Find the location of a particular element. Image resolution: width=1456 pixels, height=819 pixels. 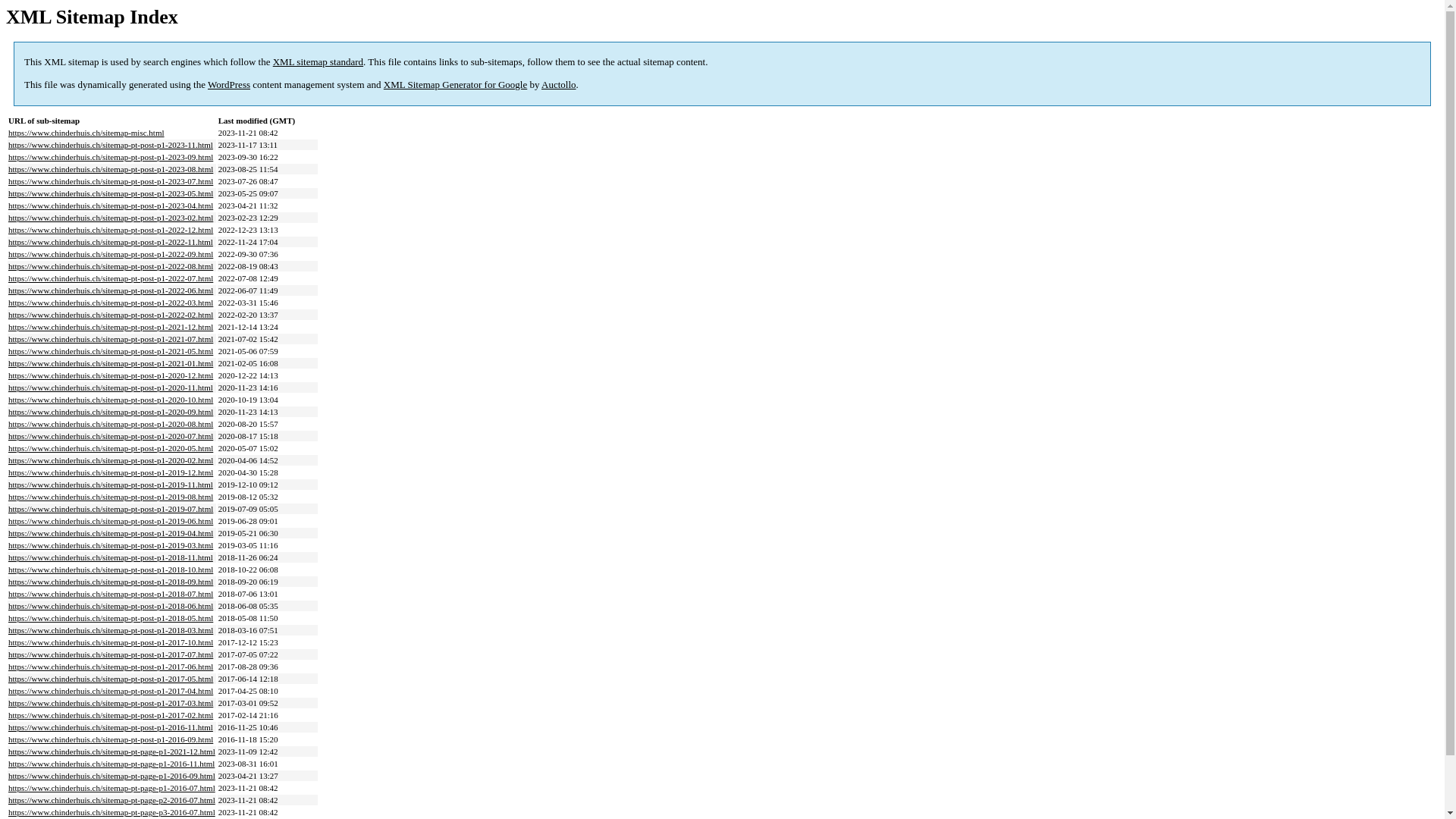

'https://www.chinderhuis.ch/sitemap-pt-post-p1-2022-12.html' is located at coordinates (109, 230).